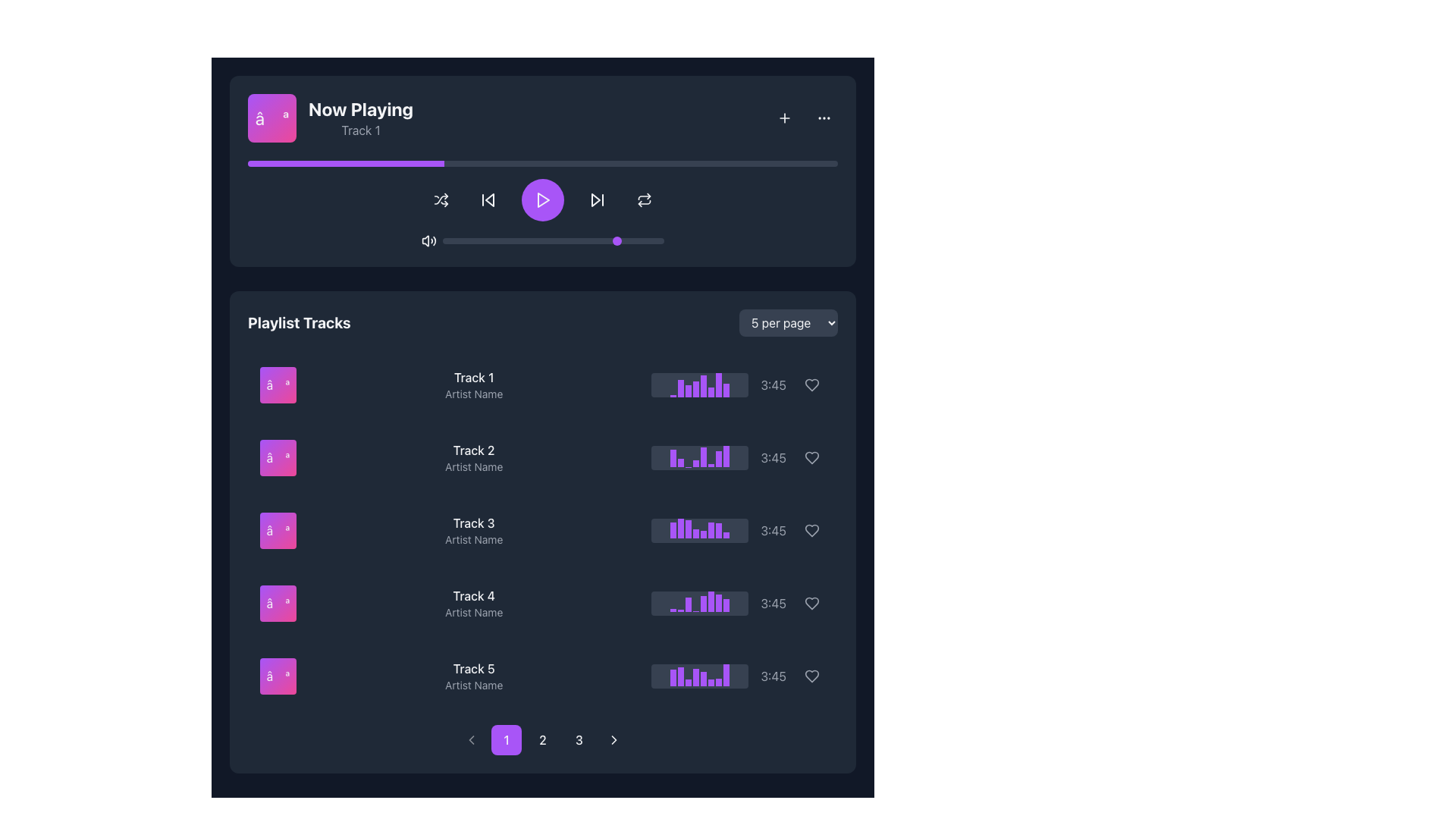 This screenshot has width=1456, height=819. Describe the element at coordinates (811, 602) in the screenshot. I see `the heart-shaped icon with white outlines located to the far right of the track details row, adjacent to the purple bar chart and time duration text ('3:45'), to like this track` at that location.